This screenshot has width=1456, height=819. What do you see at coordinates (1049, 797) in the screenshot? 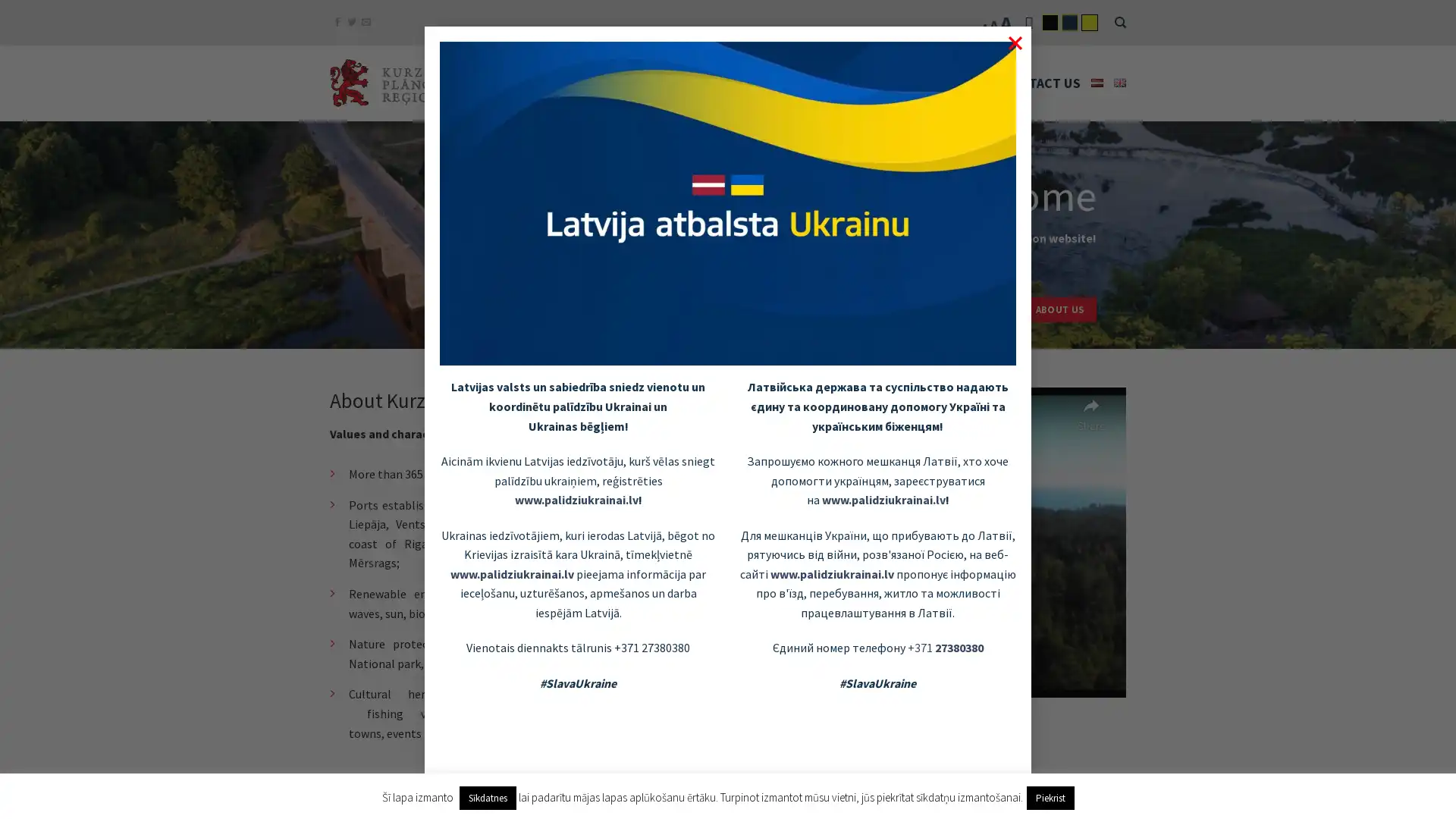
I see `Piekrist` at bounding box center [1049, 797].